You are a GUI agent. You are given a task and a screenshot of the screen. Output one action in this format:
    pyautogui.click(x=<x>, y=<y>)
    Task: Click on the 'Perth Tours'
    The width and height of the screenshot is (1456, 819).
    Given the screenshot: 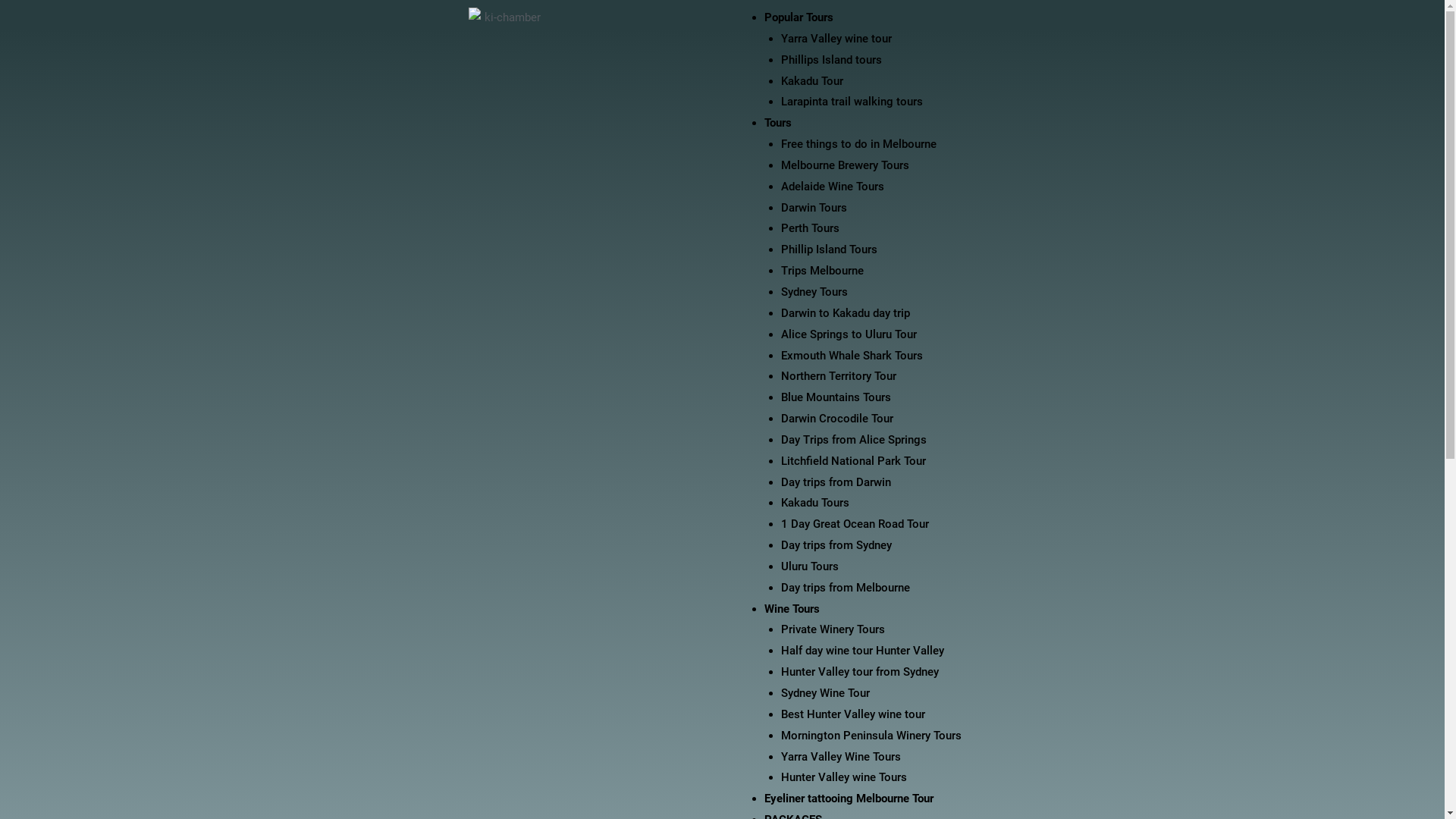 What is the action you would take?
    pyautogui.click(x=809, y=227)
    